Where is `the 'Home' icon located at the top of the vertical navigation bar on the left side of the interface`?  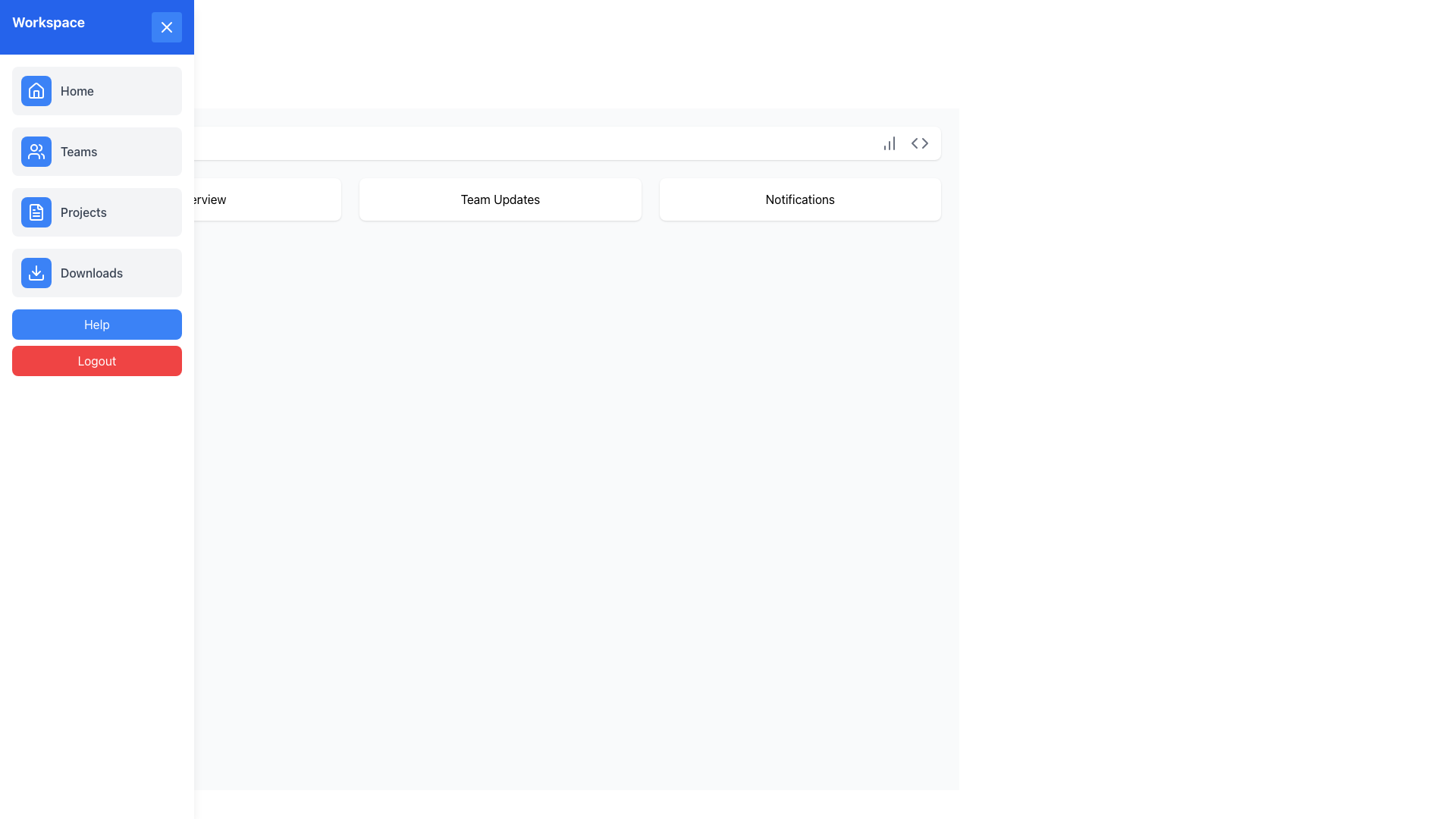 the 'Home' icon located at the top of the vertical navigation bar on the left side of the interface is located at coordinates (36, 90).